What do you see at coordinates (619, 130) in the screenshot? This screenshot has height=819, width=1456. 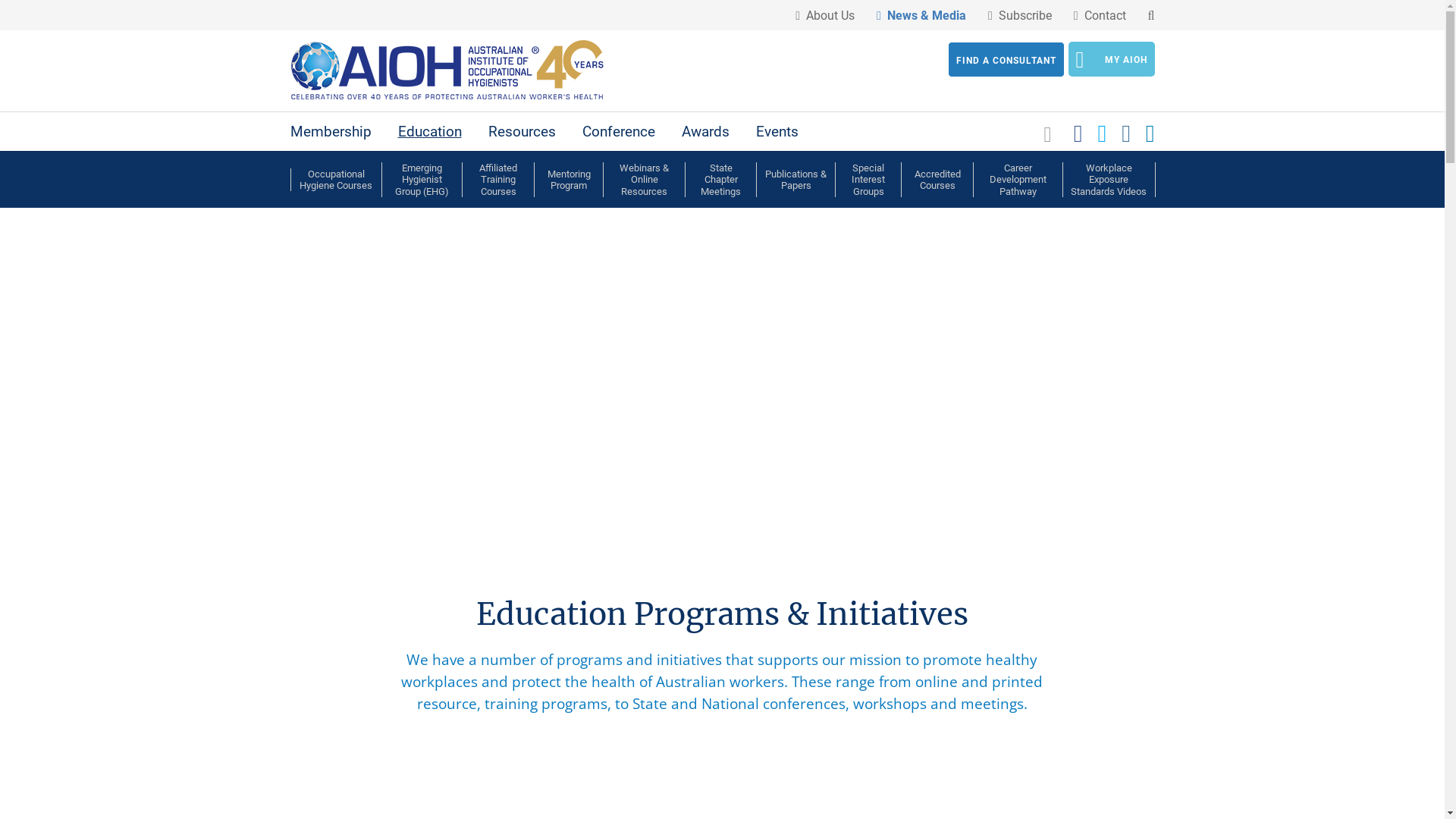 I see `'Conference'` at bounding box center [619, 130].